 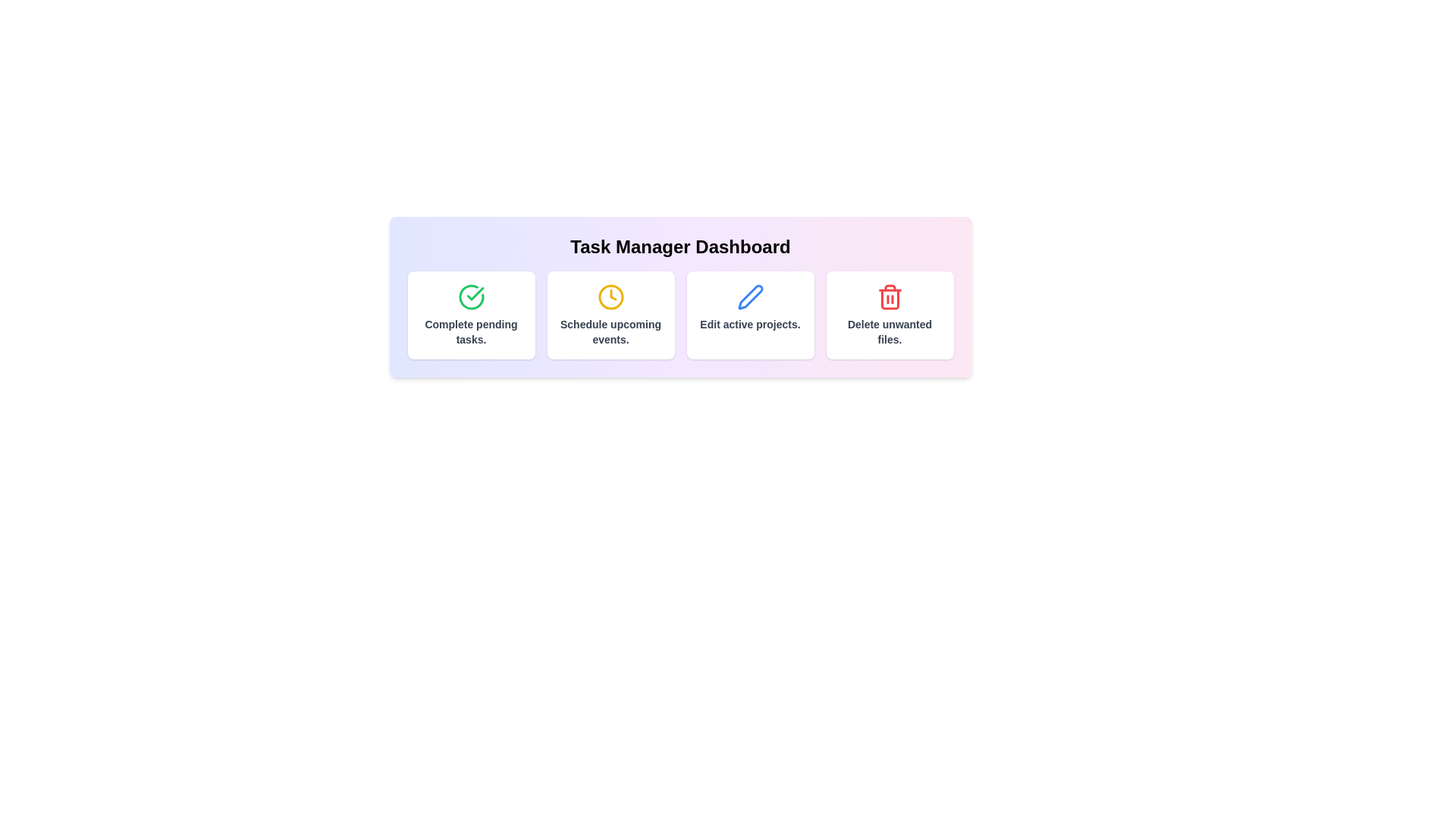 I want to click on the blue pen icon located in the 'Edit active projects.' card, which is the third card under the 'Task Manager Dashboard', so click(x=750, y=297).